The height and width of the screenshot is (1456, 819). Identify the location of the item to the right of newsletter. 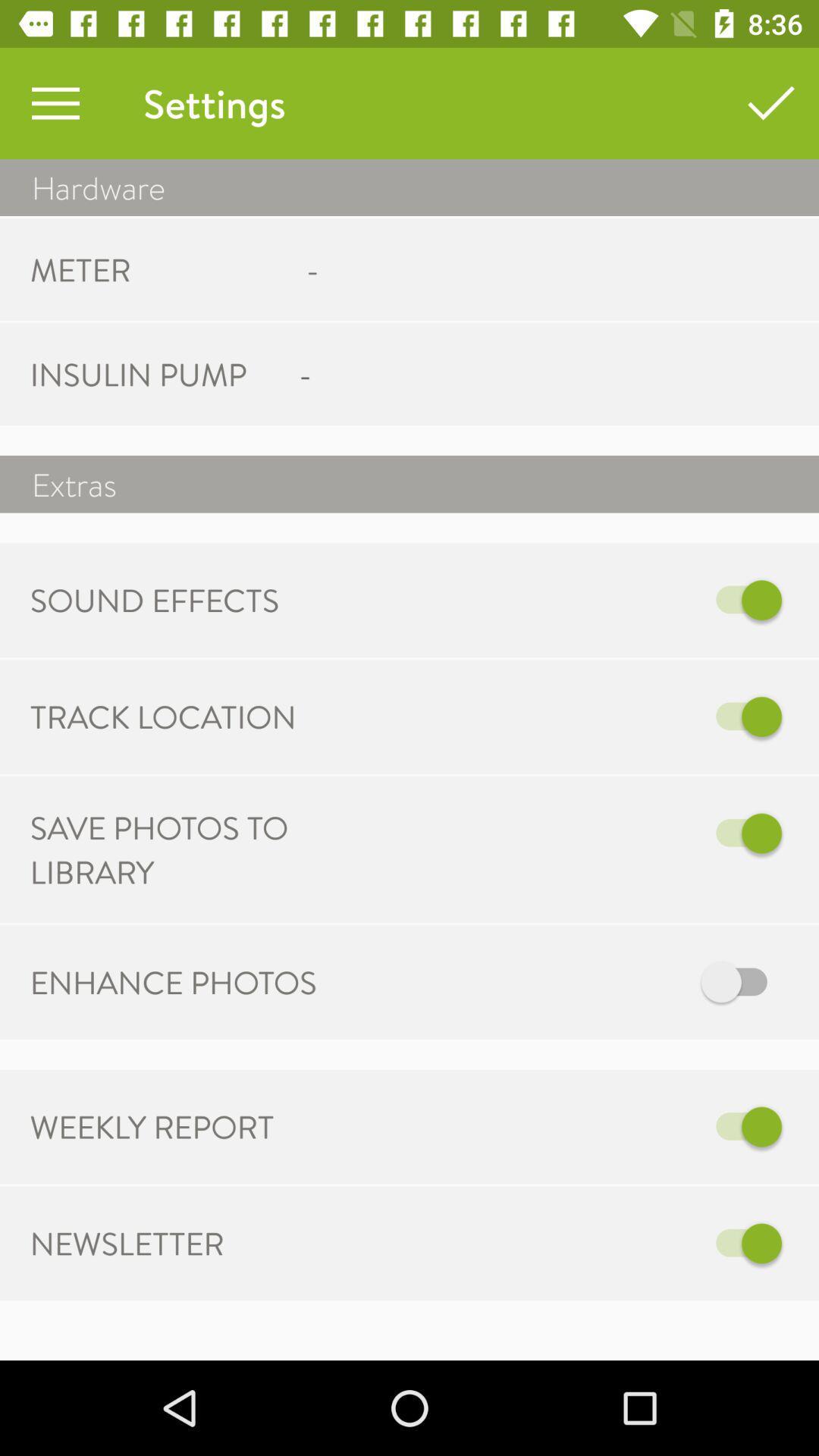
(566, 1243).